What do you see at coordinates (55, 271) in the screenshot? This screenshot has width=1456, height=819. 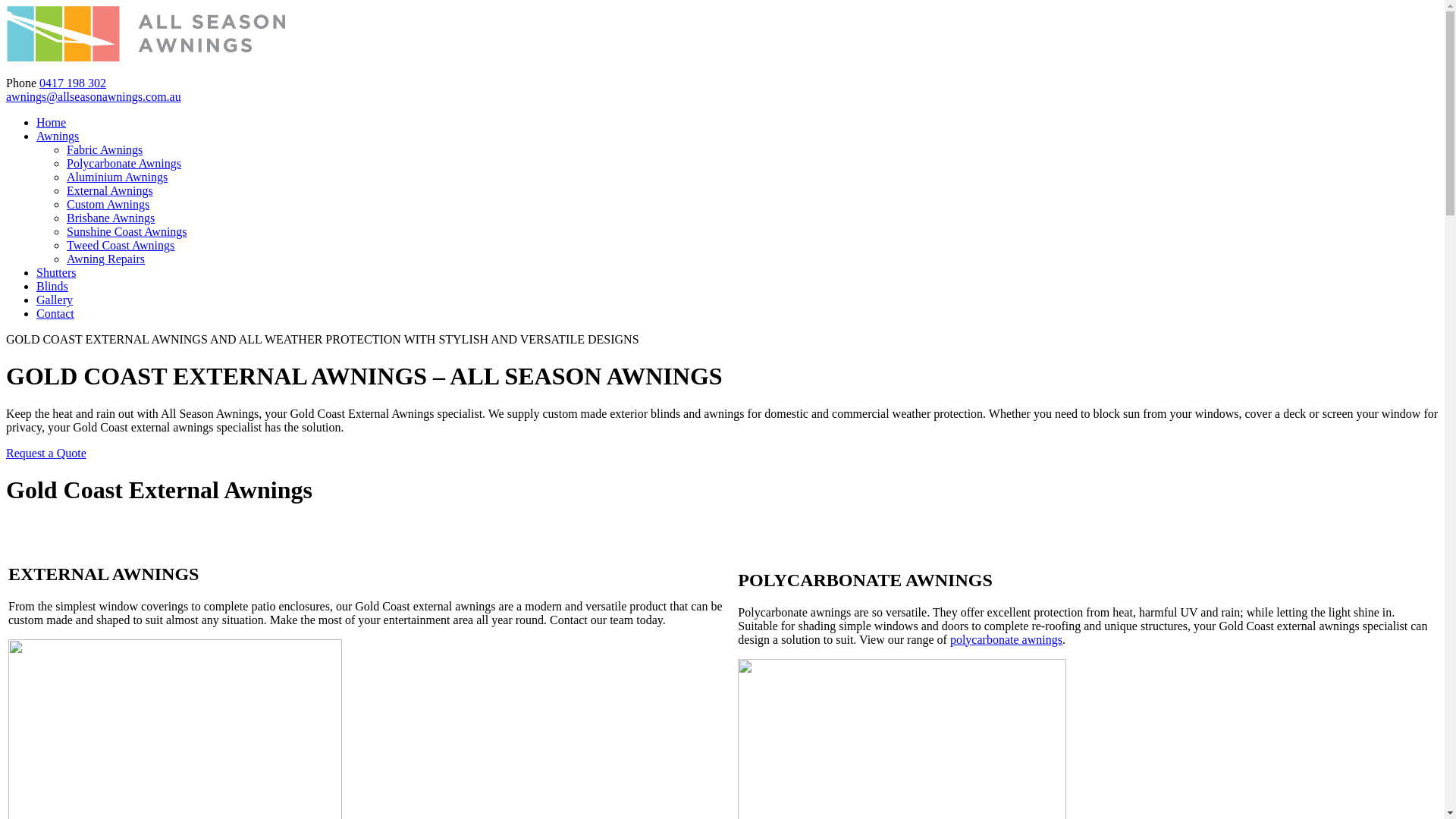 I see `'Shutters'` at bounding box center [55, 271].